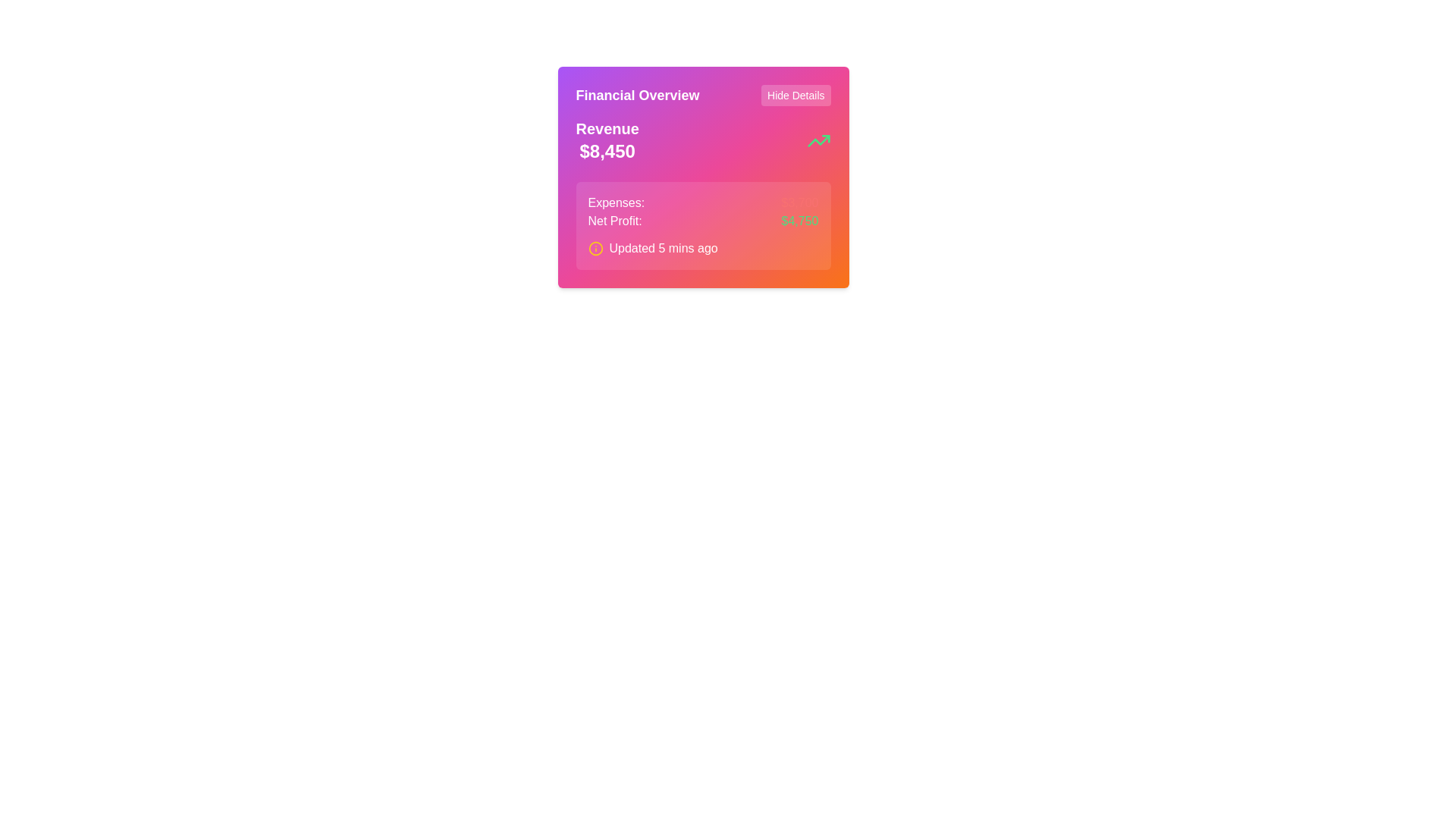 Image resolution: width=1456 pixels, height=819 pixels. What do you see at coordinates (799, 202) in the screenshot?
I see `Text Label displaying the expense amount located in the bottom-right section of the 'Financial Overview' card, adjacent to the label 'Expenses:'` at bounding box center [799, 202].